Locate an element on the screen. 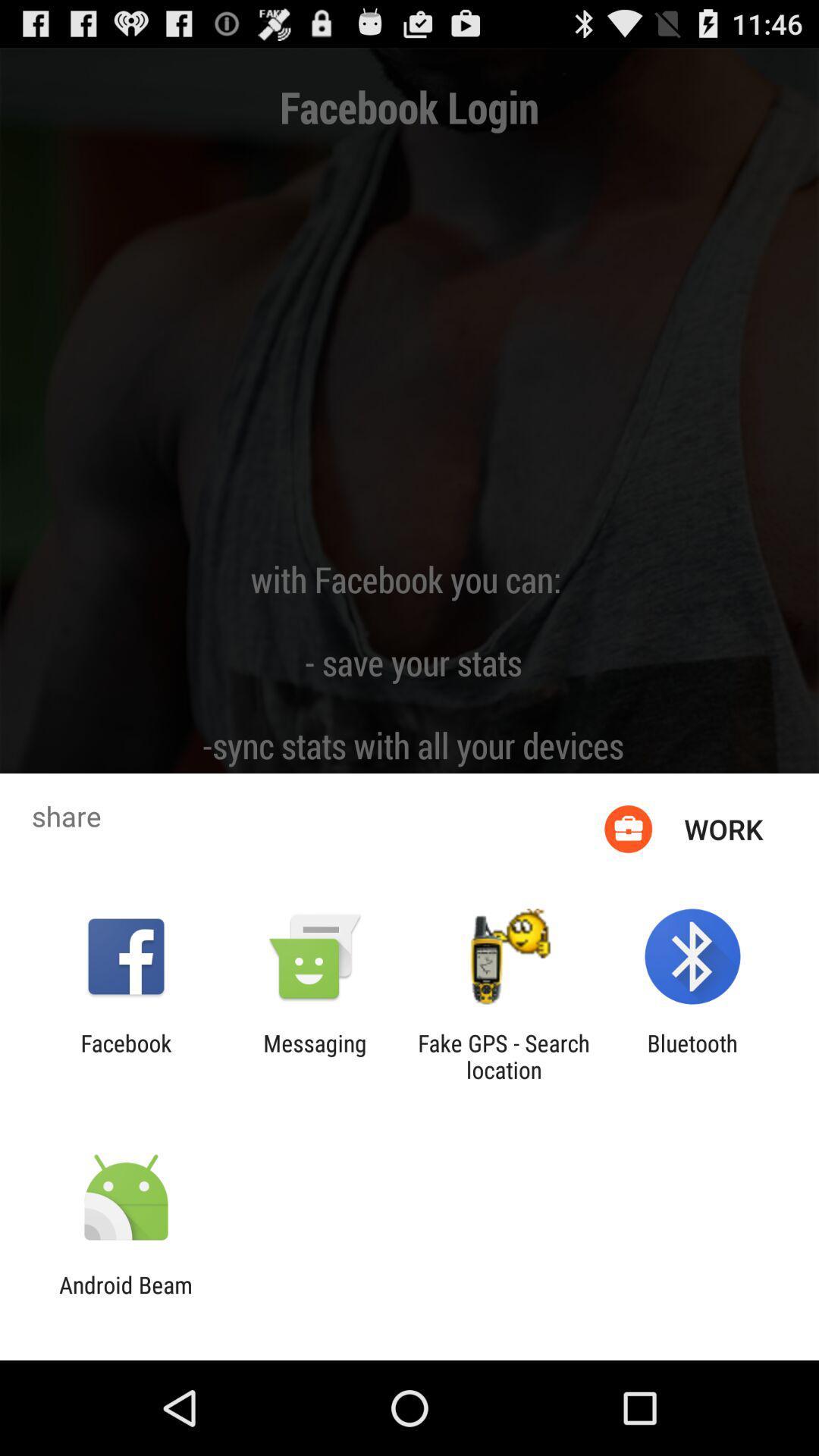  the app to the left of messaging item is located at coordinates (125, 1056).